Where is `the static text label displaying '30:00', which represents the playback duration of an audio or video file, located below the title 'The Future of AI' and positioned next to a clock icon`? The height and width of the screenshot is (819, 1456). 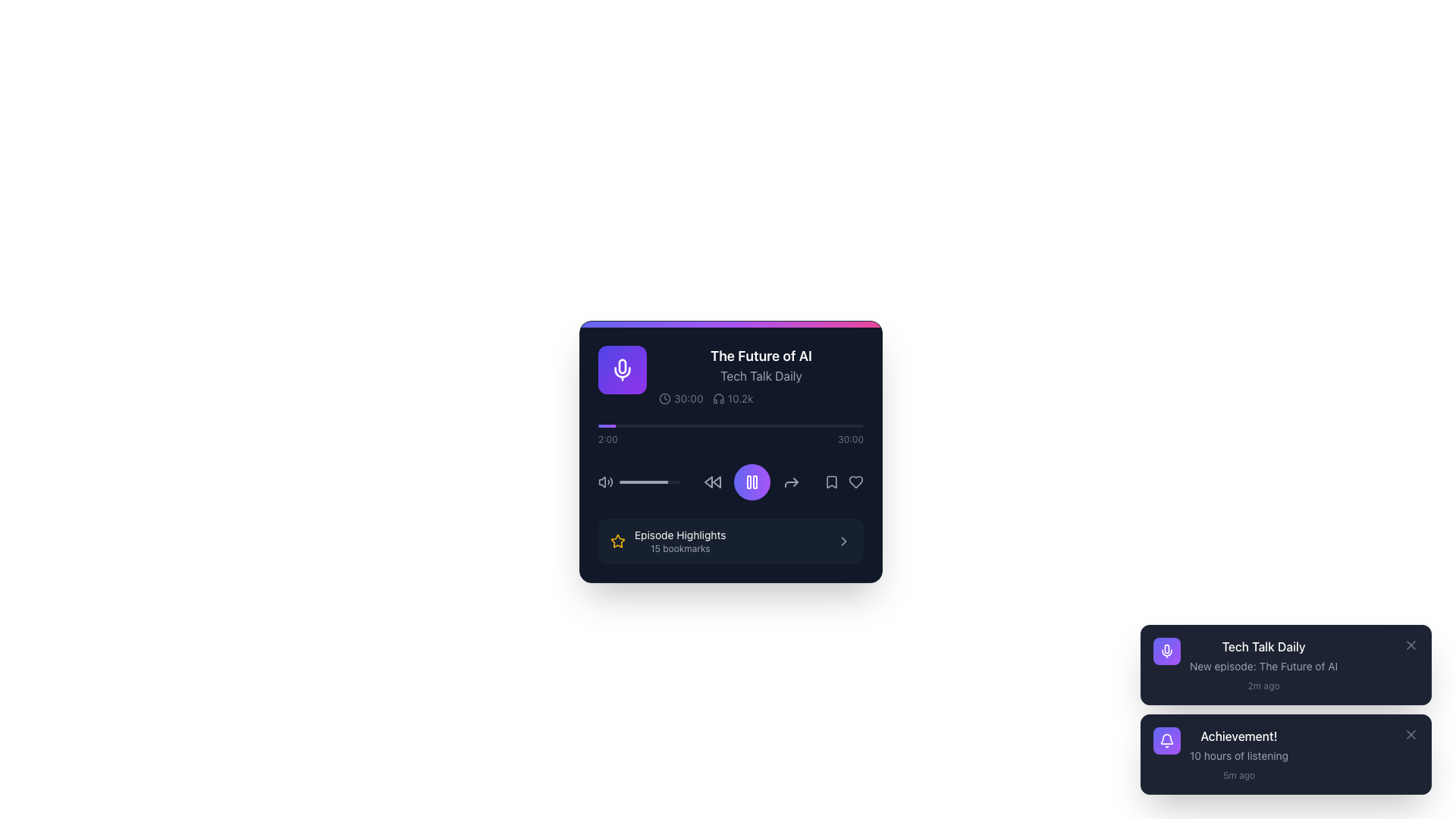 the static text label displaying '30:00', which represents the playback duration of an audio or video file, located below the title 'The Future of AI' and positioned next to a clock icon is located at coordinates (680, 397).